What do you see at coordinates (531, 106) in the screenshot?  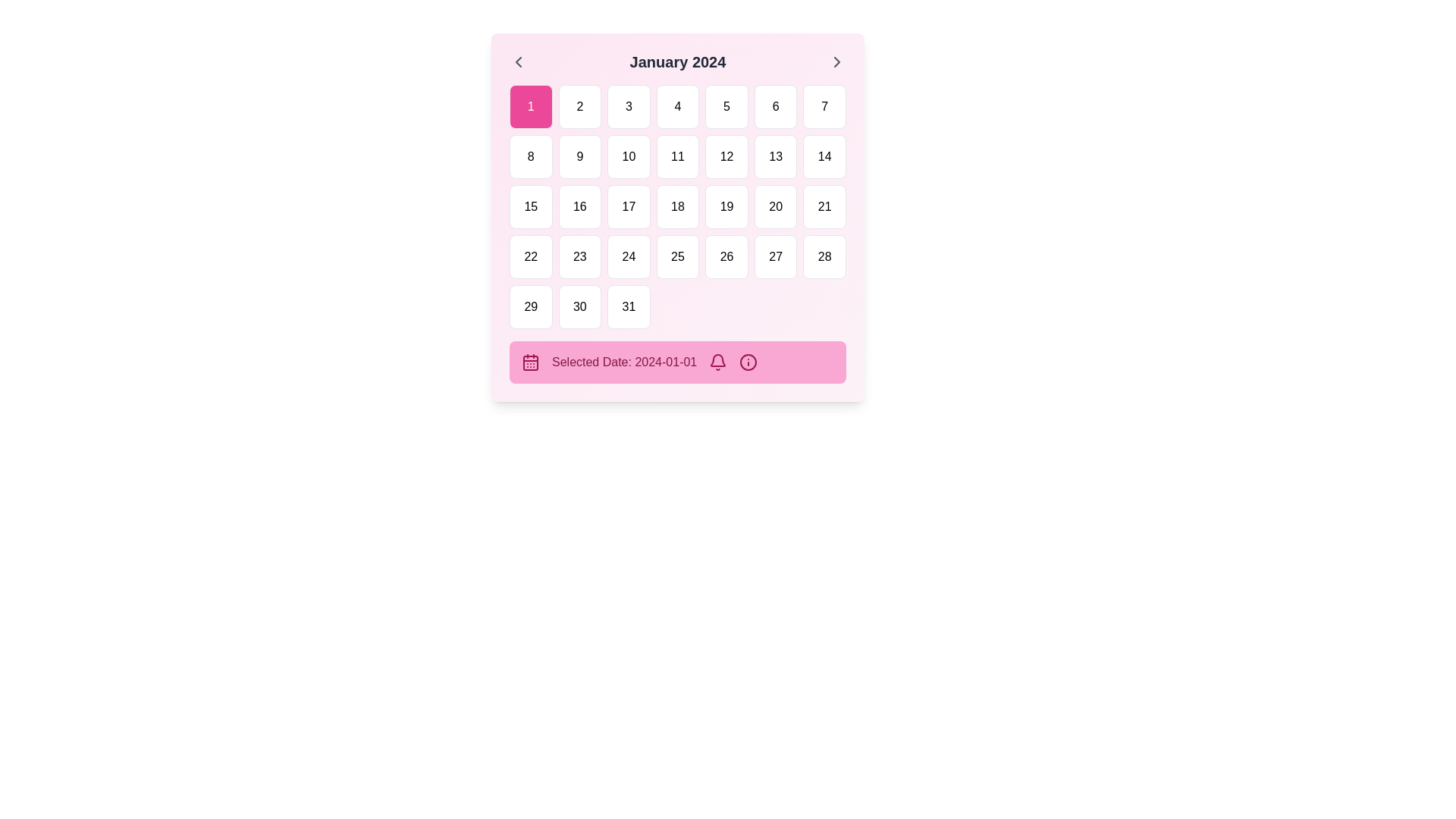 I see `the rounded, square-shaped button with a pink background and white text displaying the number '1'` at bounding box center [531, 106].